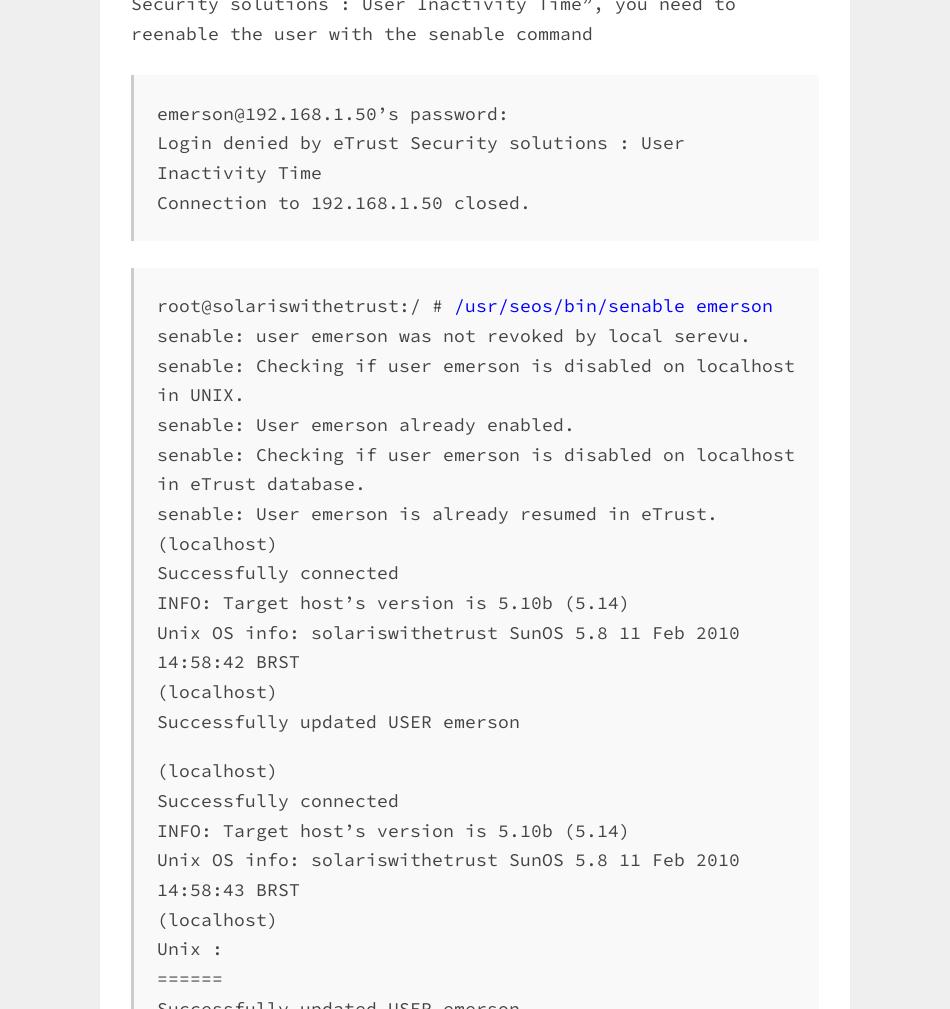 This screenshot has height=1009, width=950. What do you see at coordinates (613, 304) in the screenshot?
I see `'/usr/seos/bin/senable emerson'` at bounding box center [613, 304].